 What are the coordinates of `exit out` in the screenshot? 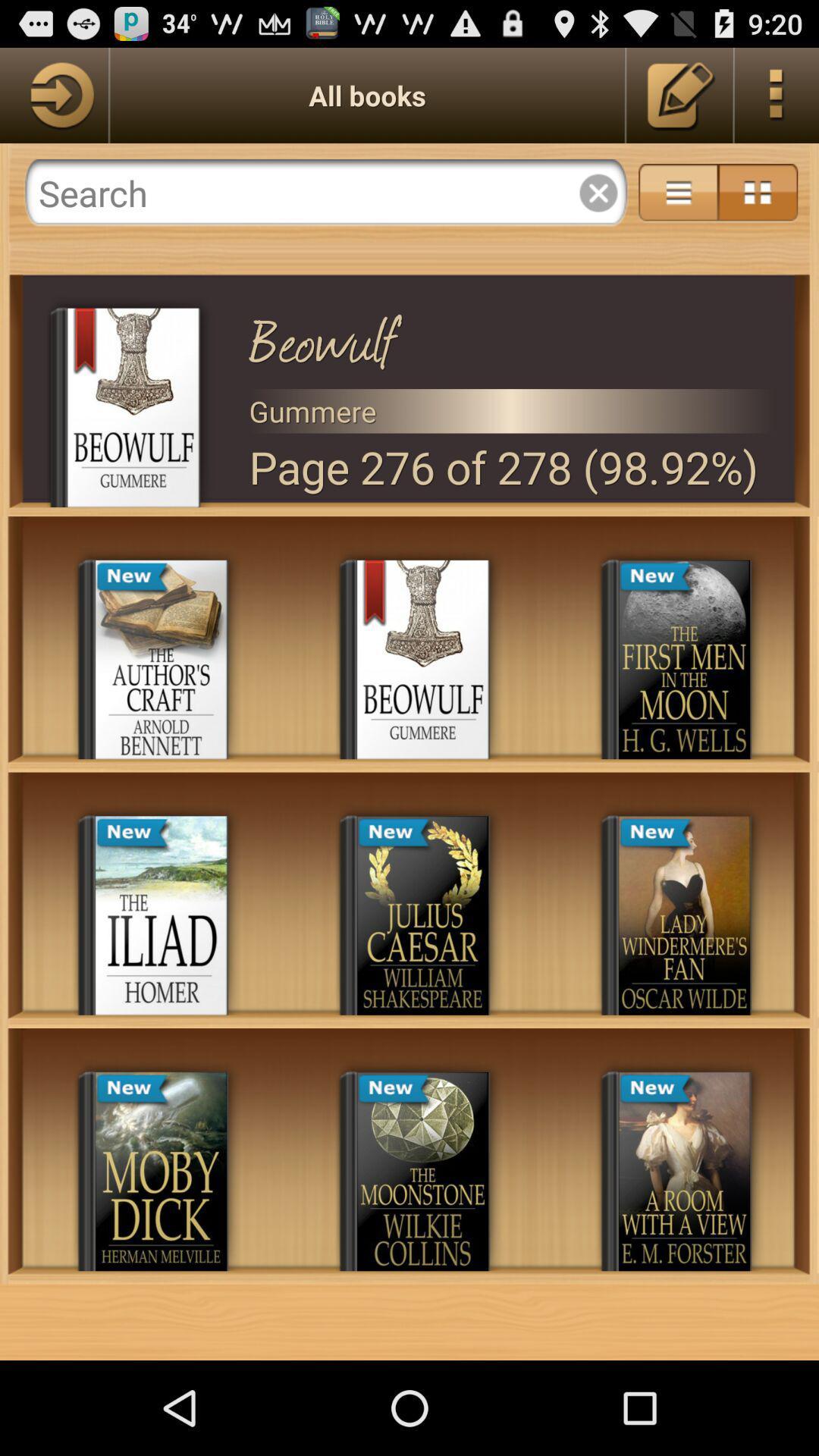 It's located at (598, 192).